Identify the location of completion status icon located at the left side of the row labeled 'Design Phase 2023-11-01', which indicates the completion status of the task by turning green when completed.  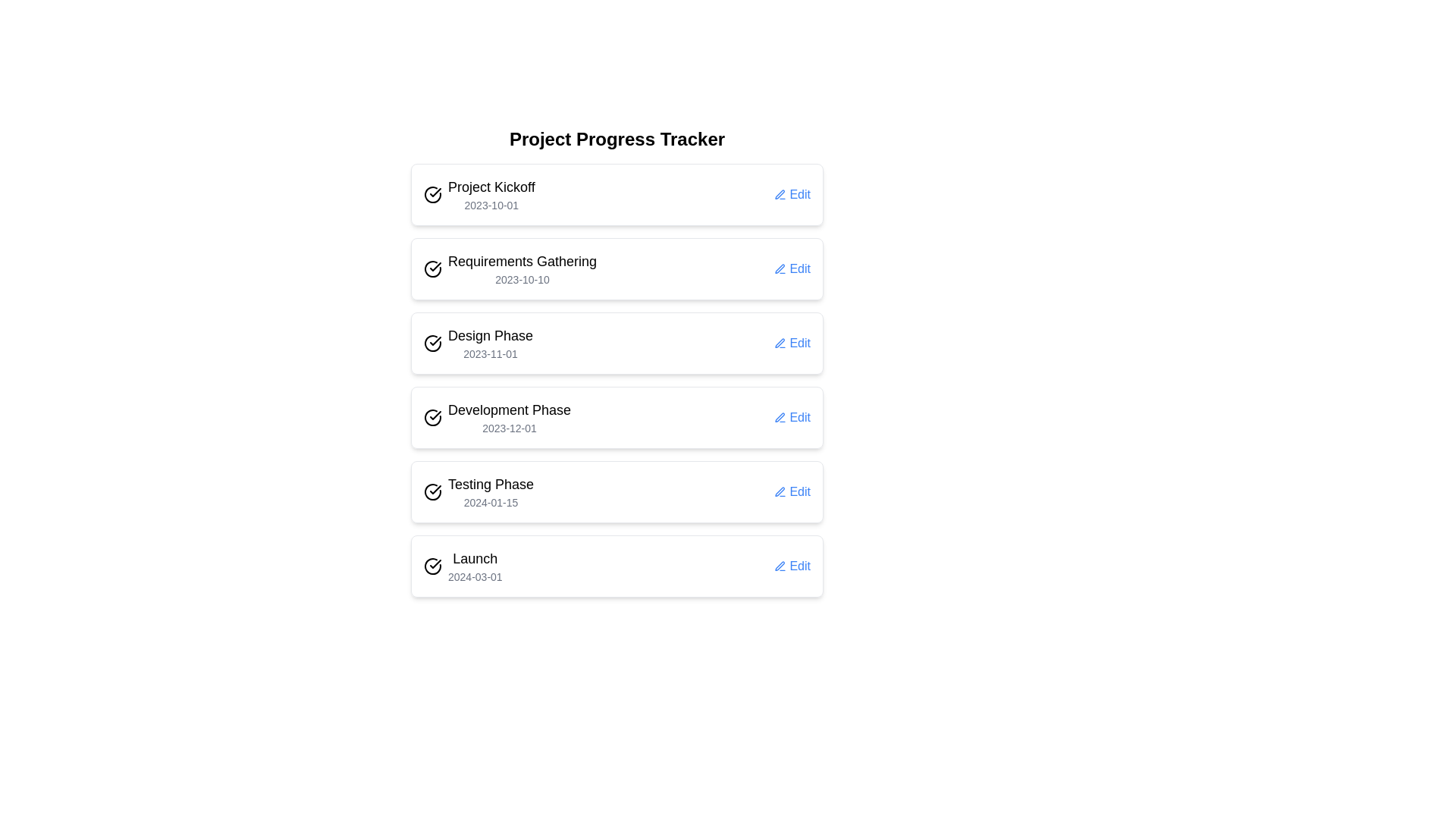
(432, 343).